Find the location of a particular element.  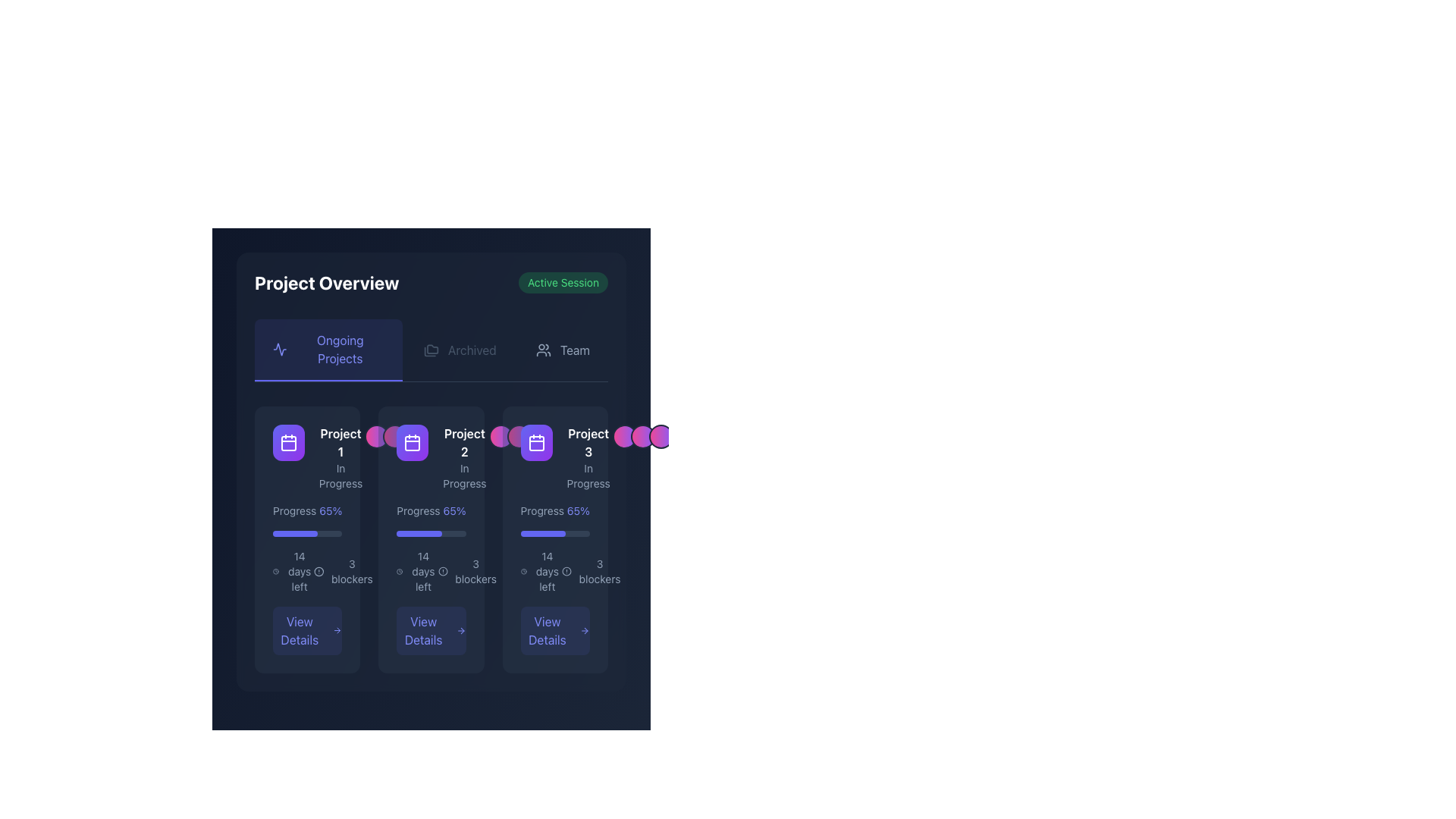

the 'In Progress' label located in the 'Project 2' card, which is styled with light grey text on a dark background is located at coordinates (463, 475).